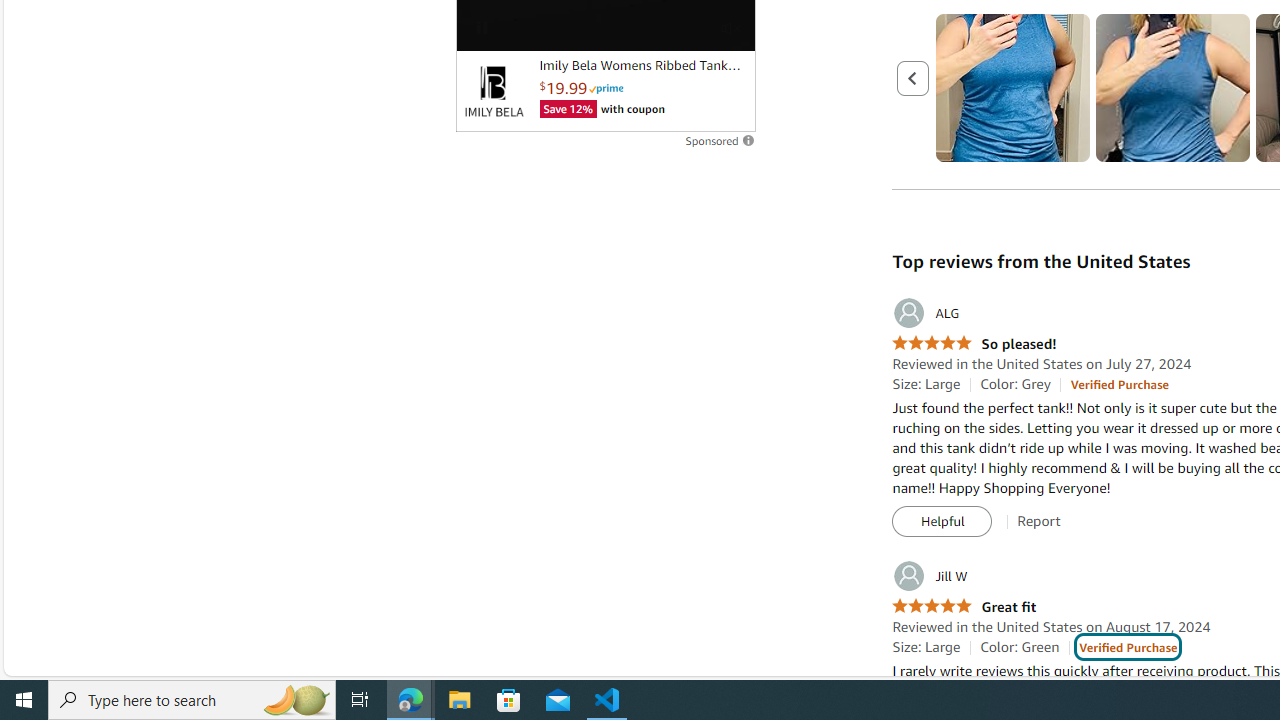  What do you see at coordinates (941, 521) in the screenshot?
I see `'Helpful'` at bounding box center [941, 521].